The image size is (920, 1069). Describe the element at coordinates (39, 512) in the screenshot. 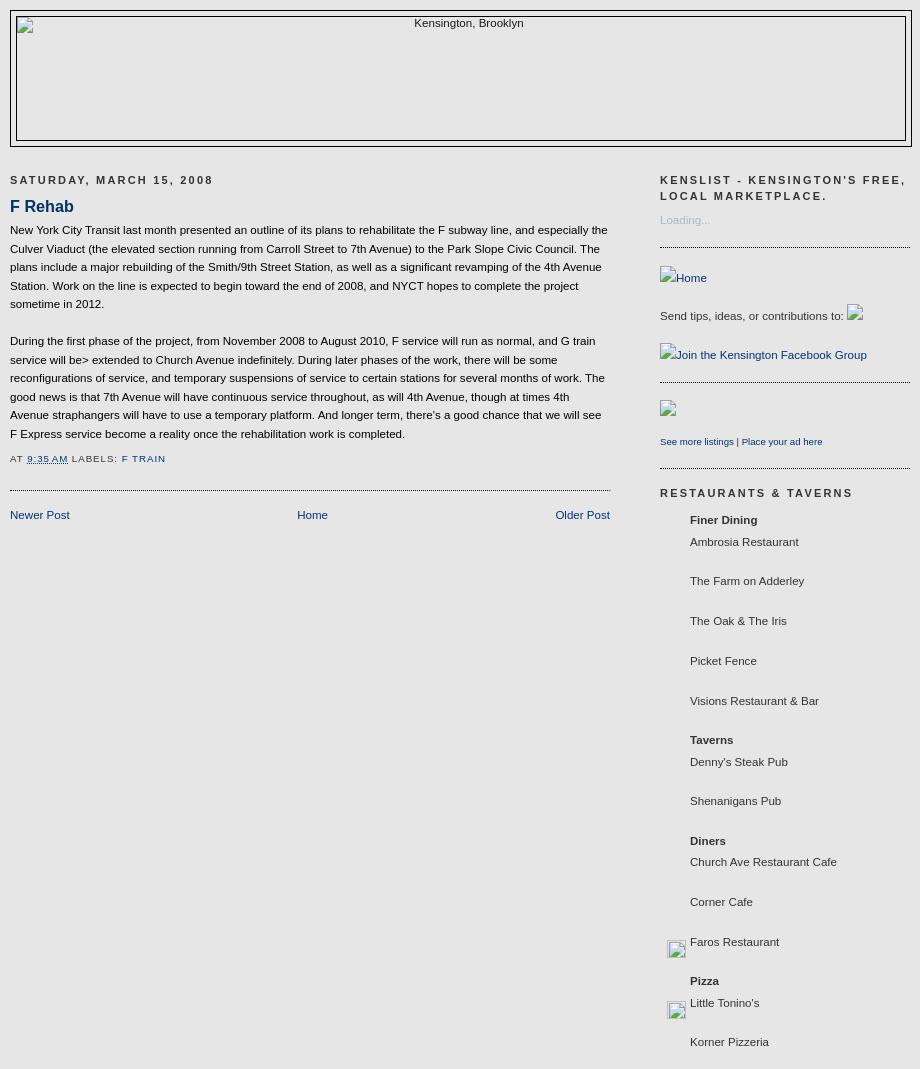

I see `'Newer Post'` at that location.